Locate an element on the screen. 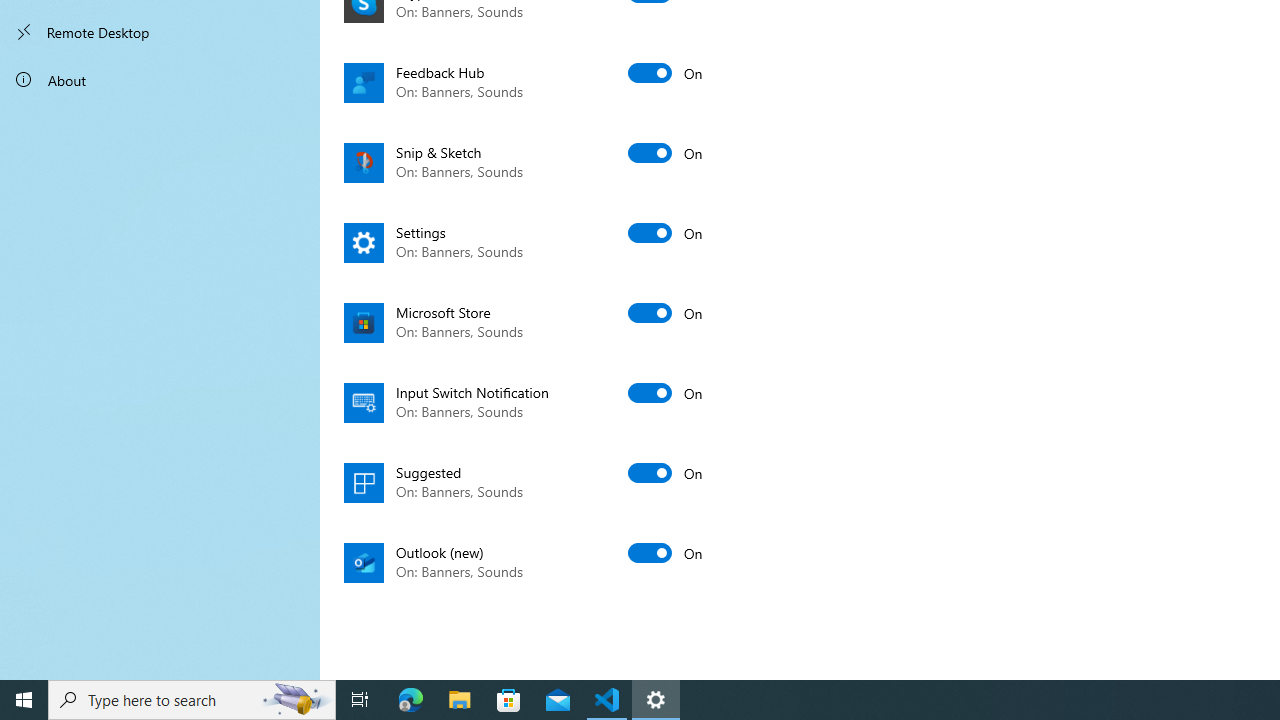 The image size is (1280, 720). 'Type here to search' is located at coordinates (192, 698).